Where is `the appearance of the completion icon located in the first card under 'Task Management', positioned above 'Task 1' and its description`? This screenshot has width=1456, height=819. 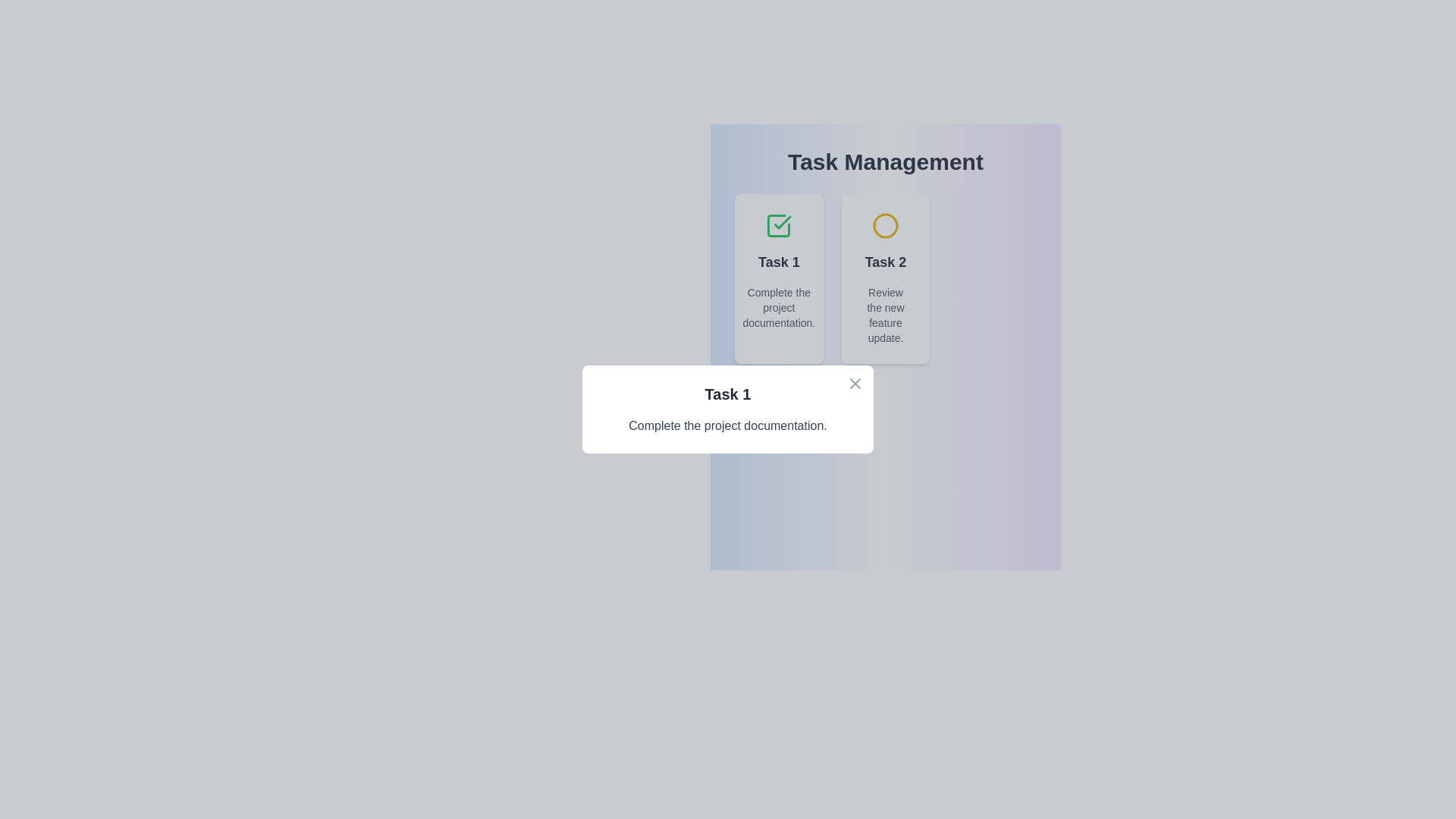 the appearance of the completion icon located in the first card under 'Task Management', positioned above 'Task 1' and its description is located at coordinates (779, 225).